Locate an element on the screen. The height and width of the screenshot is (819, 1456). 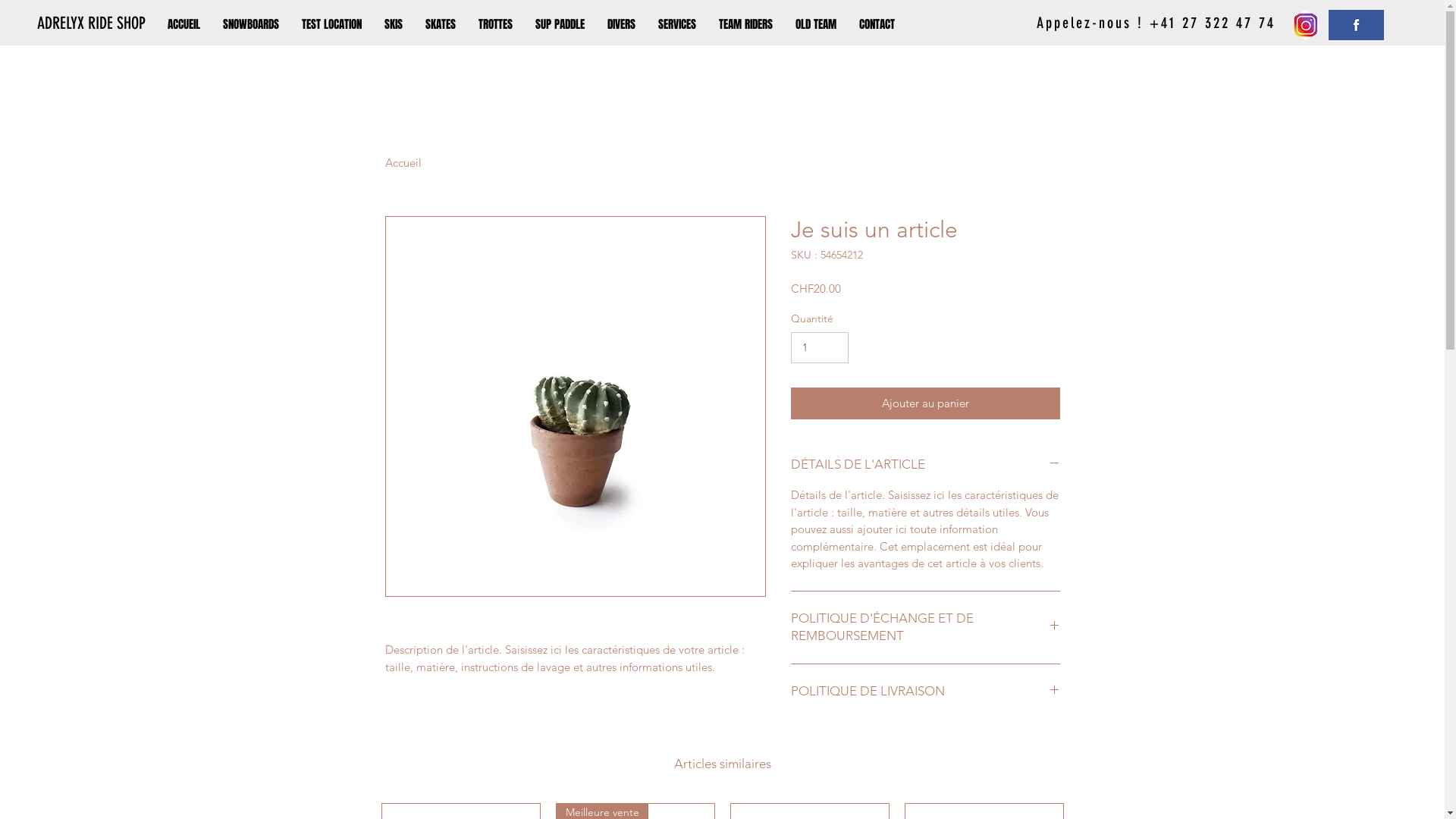
'POLITIQUE DE LIVRAISON' is located at coordinates (924, 691).